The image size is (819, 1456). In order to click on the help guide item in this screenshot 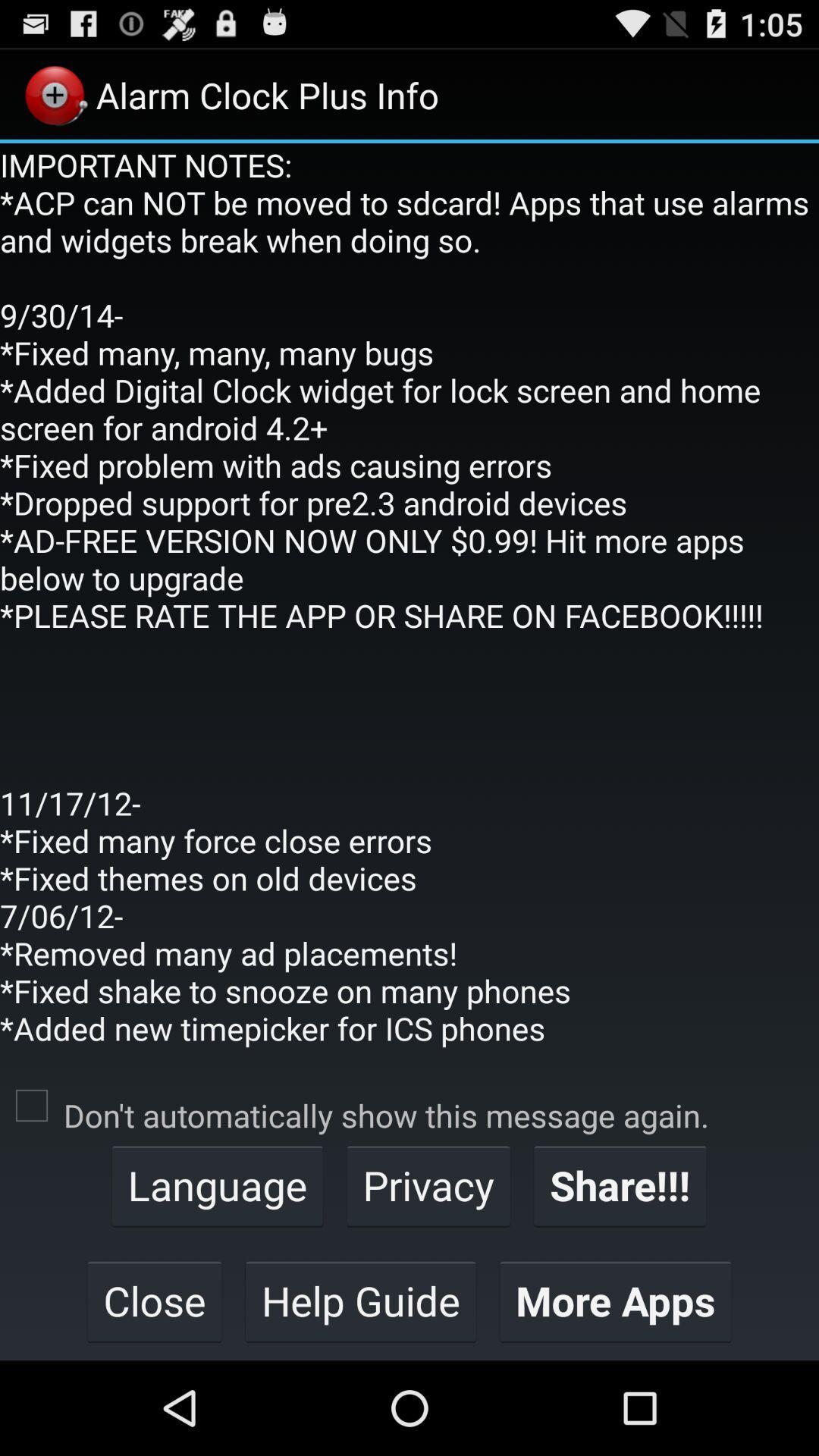, I will do `click(360, 1300)`.